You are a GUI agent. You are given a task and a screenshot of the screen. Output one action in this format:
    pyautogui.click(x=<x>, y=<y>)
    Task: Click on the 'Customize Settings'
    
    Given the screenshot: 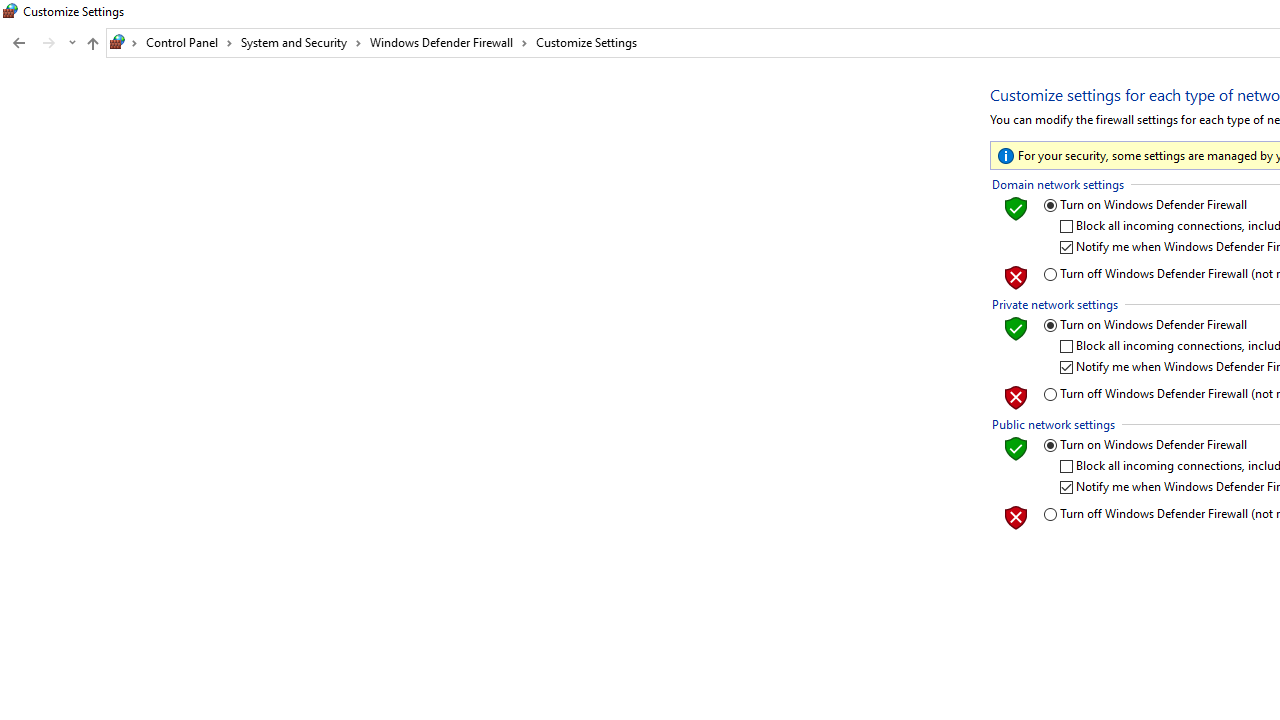 What is the action you would take?
    pyautogui.click(x=585, y=42)
    